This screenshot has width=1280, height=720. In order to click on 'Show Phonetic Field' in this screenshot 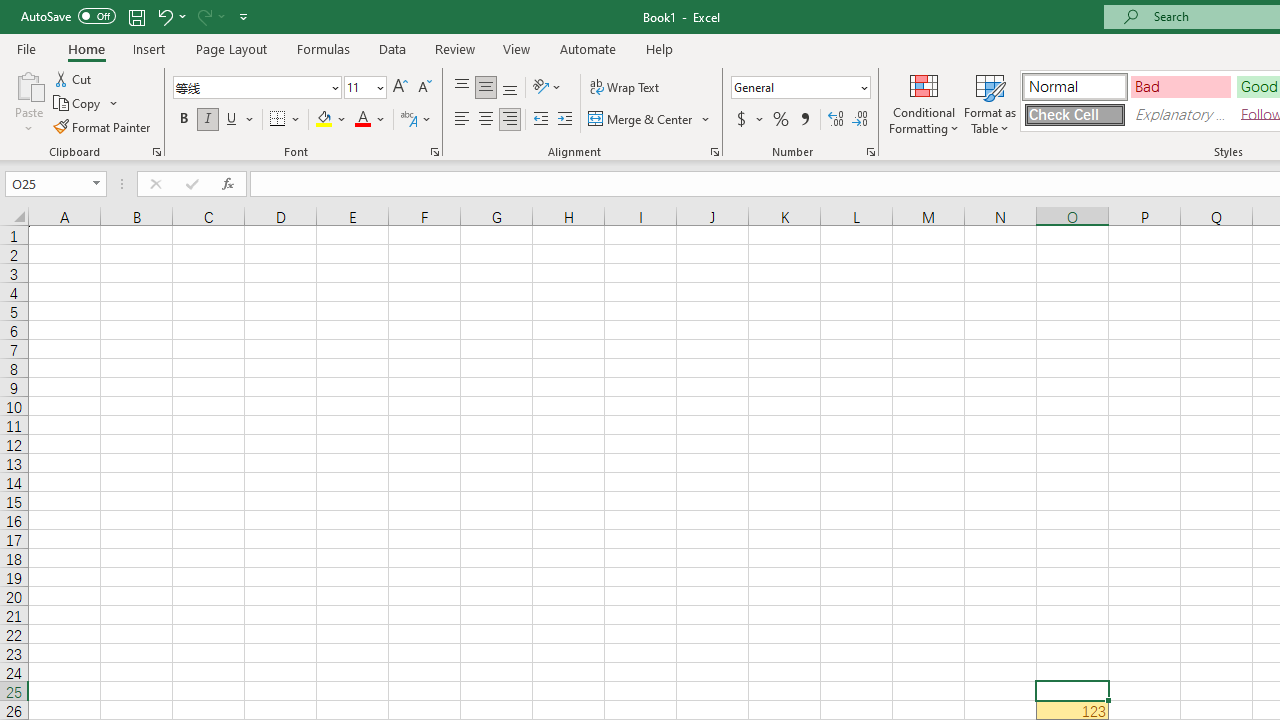, I will do `click(415, 119)`.